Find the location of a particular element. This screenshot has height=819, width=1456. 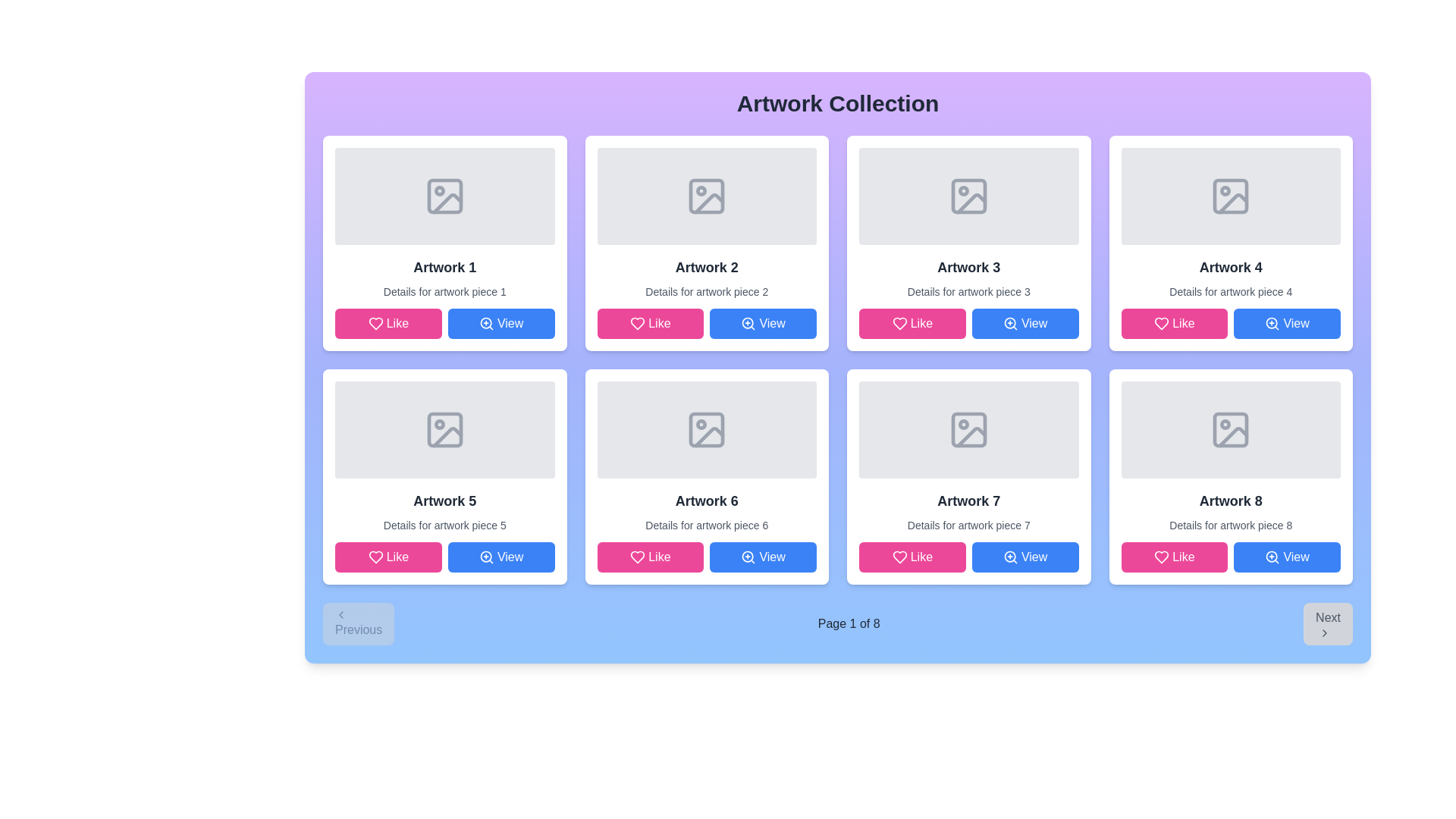

the first button below the image and title for 'Artwork 6' to express liking for the artwork is located at coordinates (650, 557).